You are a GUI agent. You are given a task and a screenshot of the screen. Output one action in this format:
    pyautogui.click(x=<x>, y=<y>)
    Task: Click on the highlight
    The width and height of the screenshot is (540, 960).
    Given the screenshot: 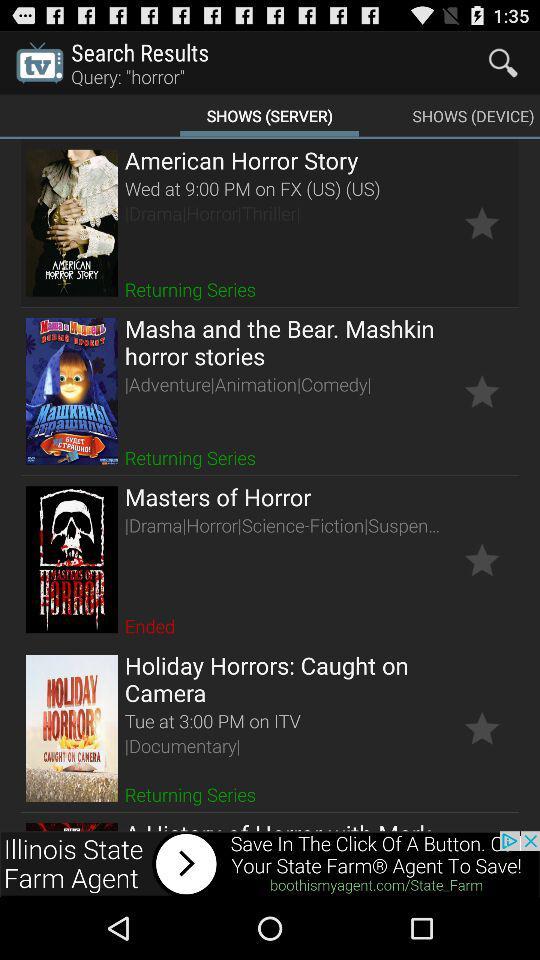 What is the action you would take?
    pyautogui.click(x=481, y=727)
    